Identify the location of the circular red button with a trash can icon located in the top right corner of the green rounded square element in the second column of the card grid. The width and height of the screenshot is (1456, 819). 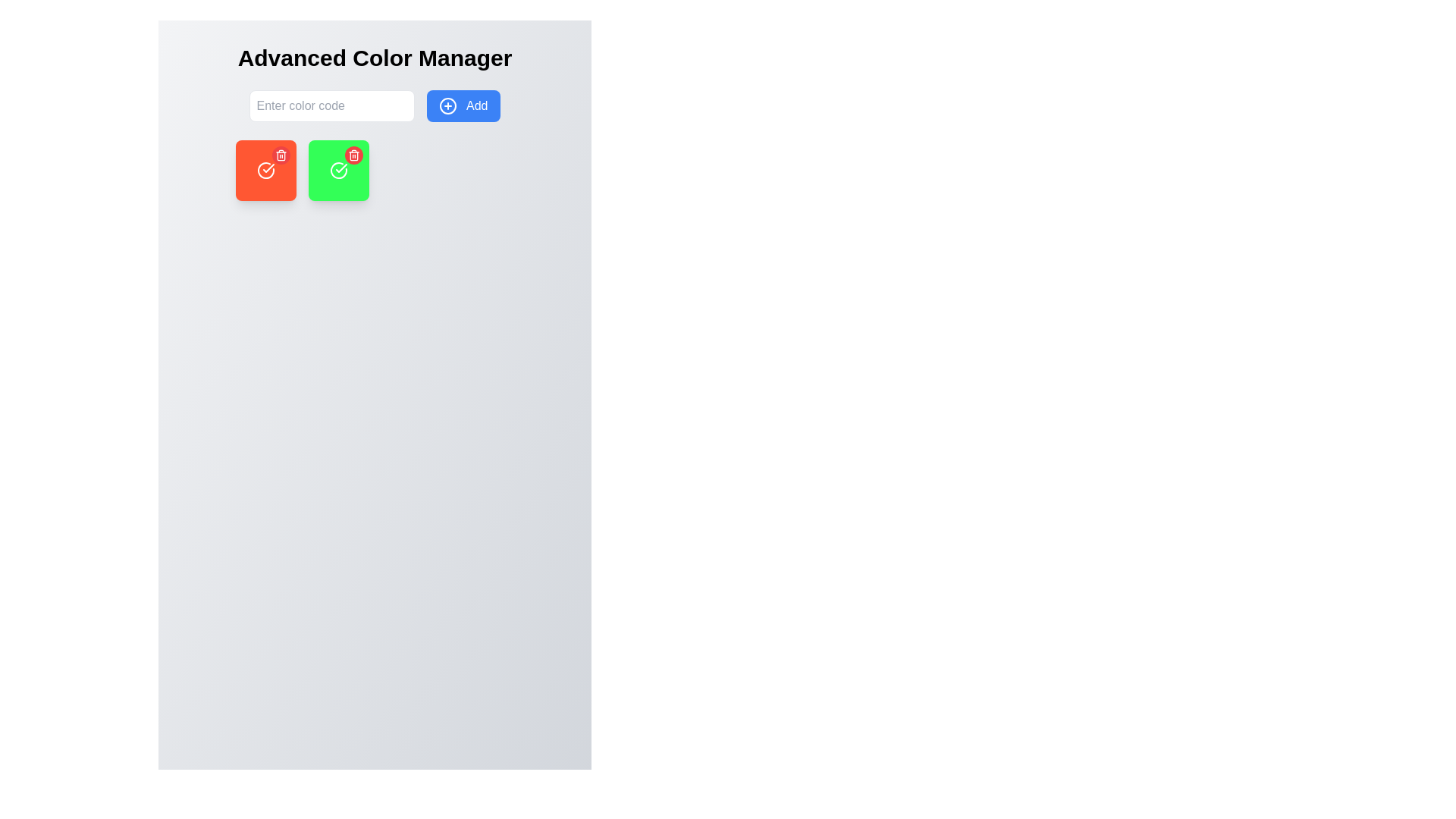
(353, 155).